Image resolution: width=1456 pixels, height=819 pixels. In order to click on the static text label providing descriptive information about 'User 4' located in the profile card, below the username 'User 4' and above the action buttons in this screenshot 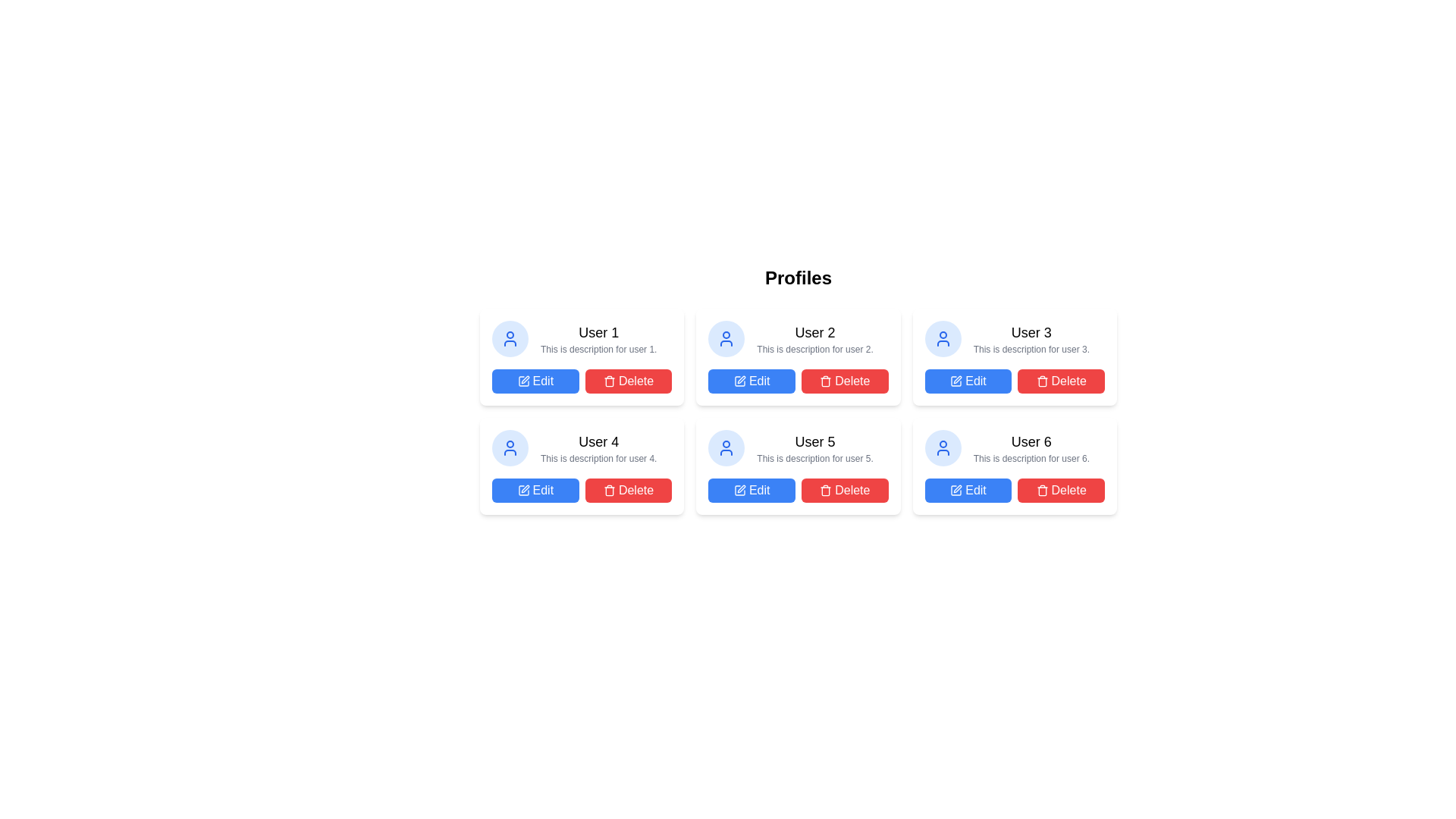, I will do `click(598, 458)`.